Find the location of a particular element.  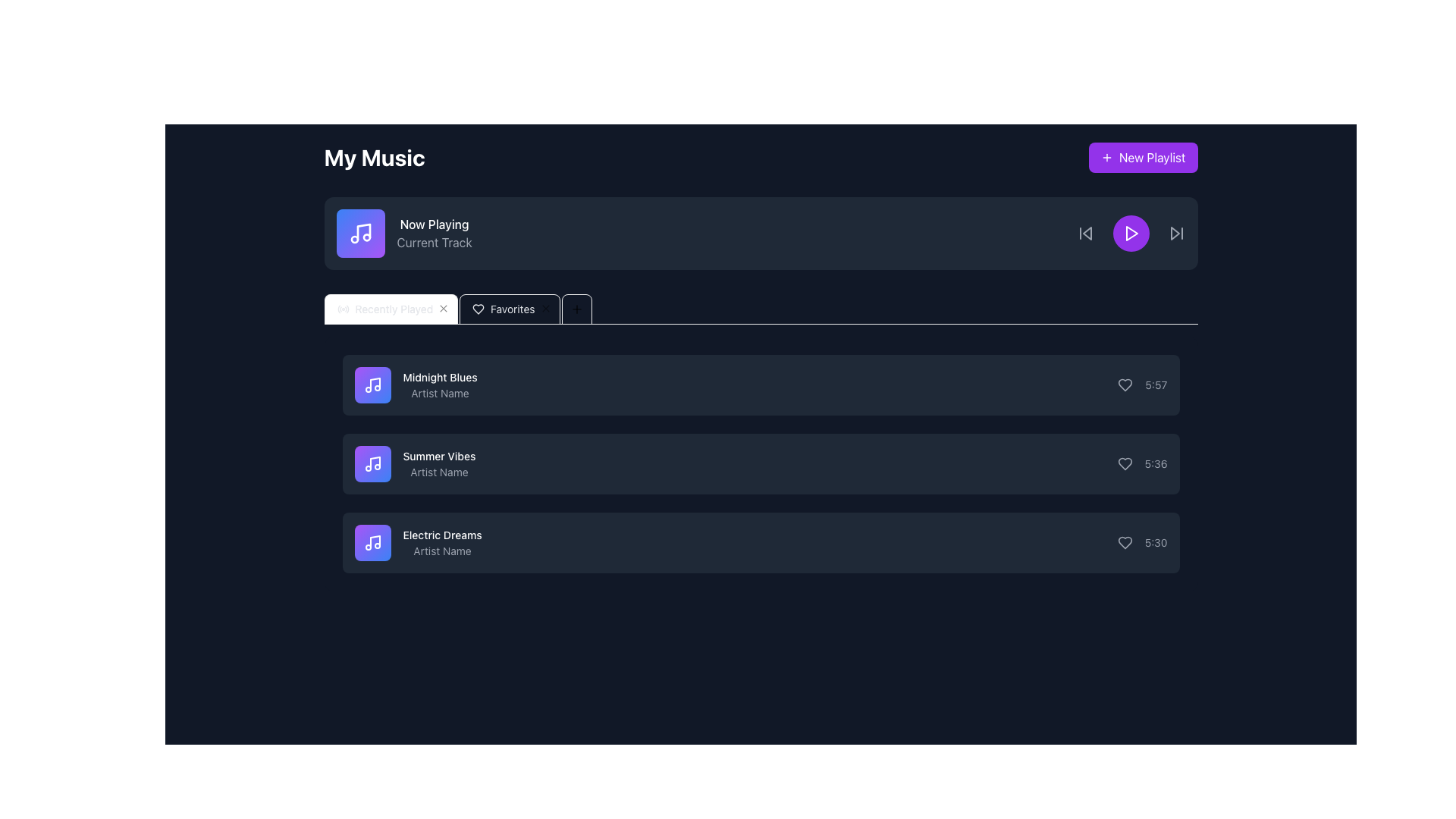

time duration text '5:30' displayed in light gray, which is part of the song 'Electric Dreams' in the music playlist, located at the far right with a heart icon to its left is located at coordinates (1142, 542).